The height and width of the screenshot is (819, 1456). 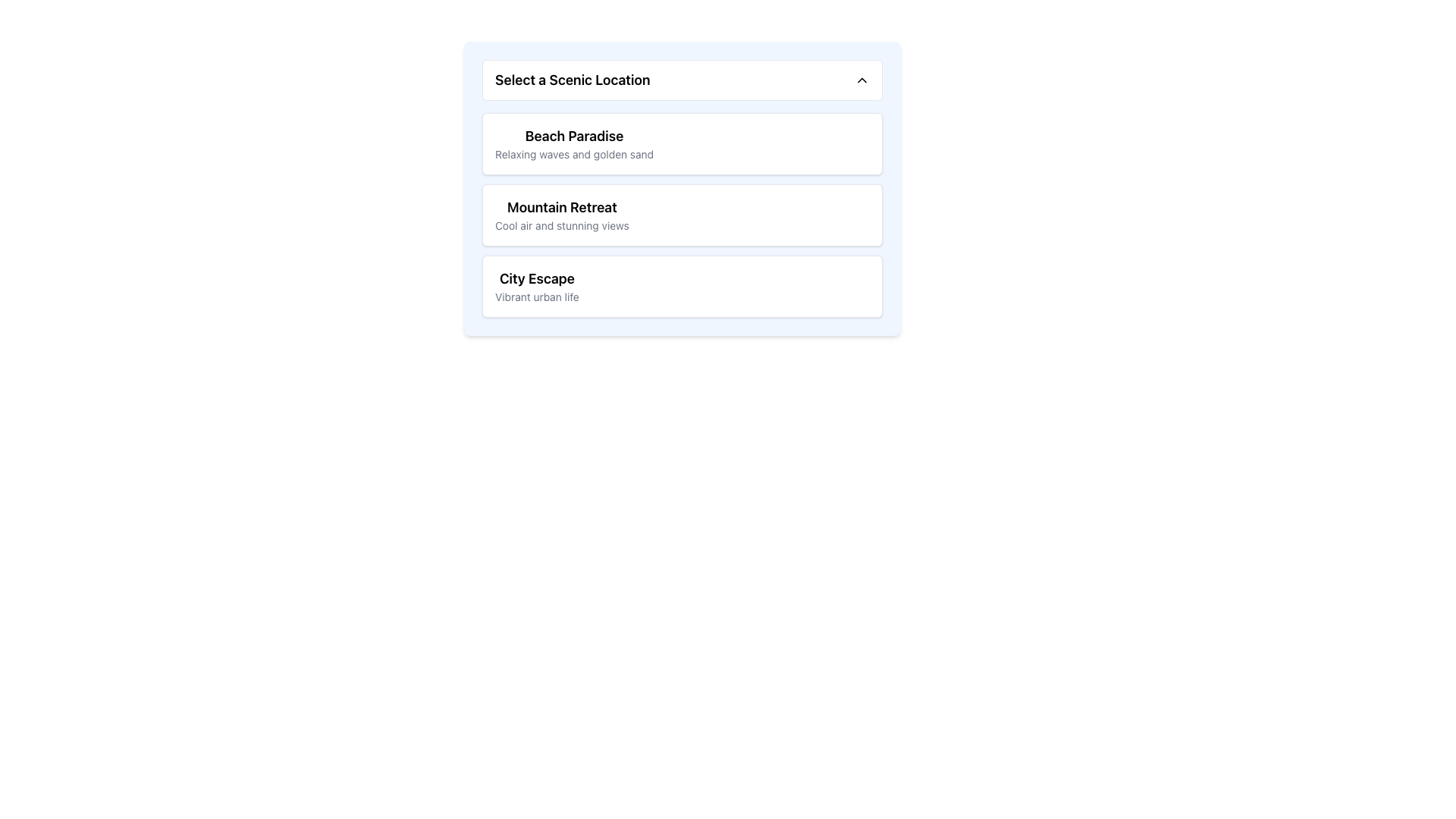 What do you see at coordinates (561, 207) in the screenshot?
I see `the text label 'Mountain Retreat', which is styled in bold font and positioned at the top of the second item in a vertically stacked list` at bounding box center [561, 207].